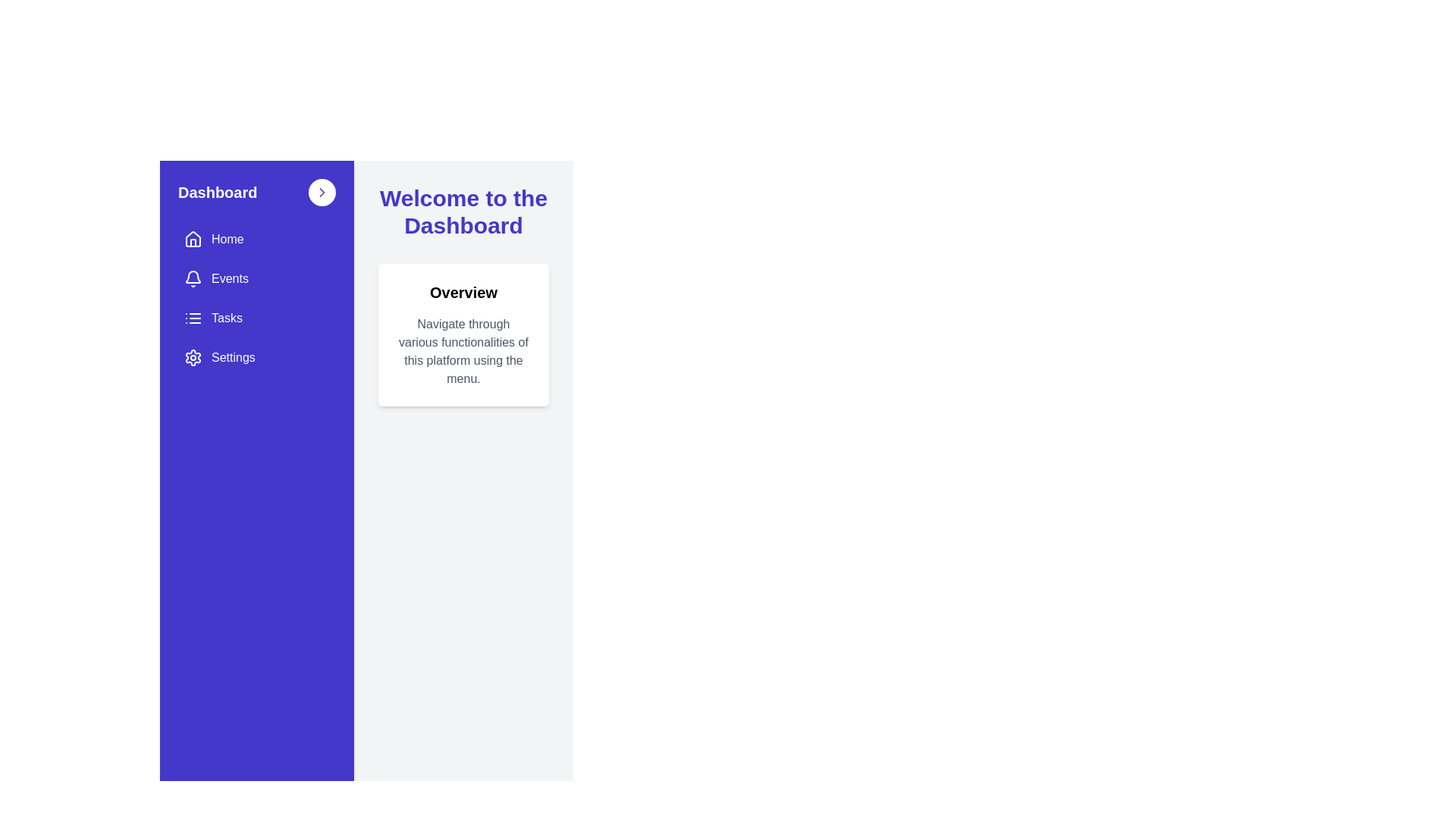  I want to click on the static text element that serves as a welcoming message at the top of the dashboard interface, positioned centrally above the 'Overview' card, so click(463, 212).